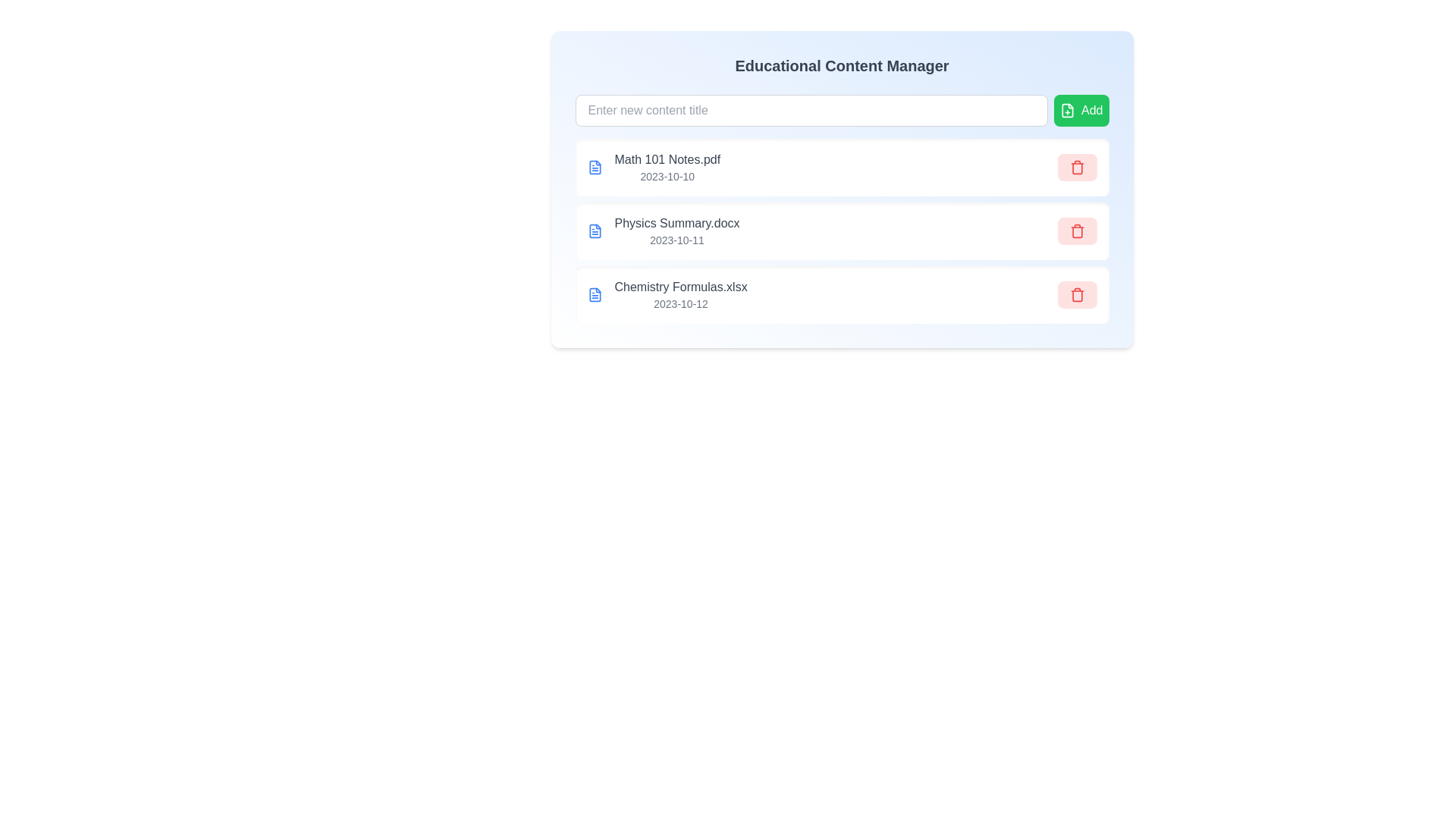 Image resolution: width=1456 pixels, height=819 pixels. What do you see at coordinates (841, 231) in the screenshot?
I see `the second item in the list that represents a file entry, positioned between 'Math 101 Notes.pdf' and 'Chemistry Formulas.xlsx'` at bounding box center [841, 231].